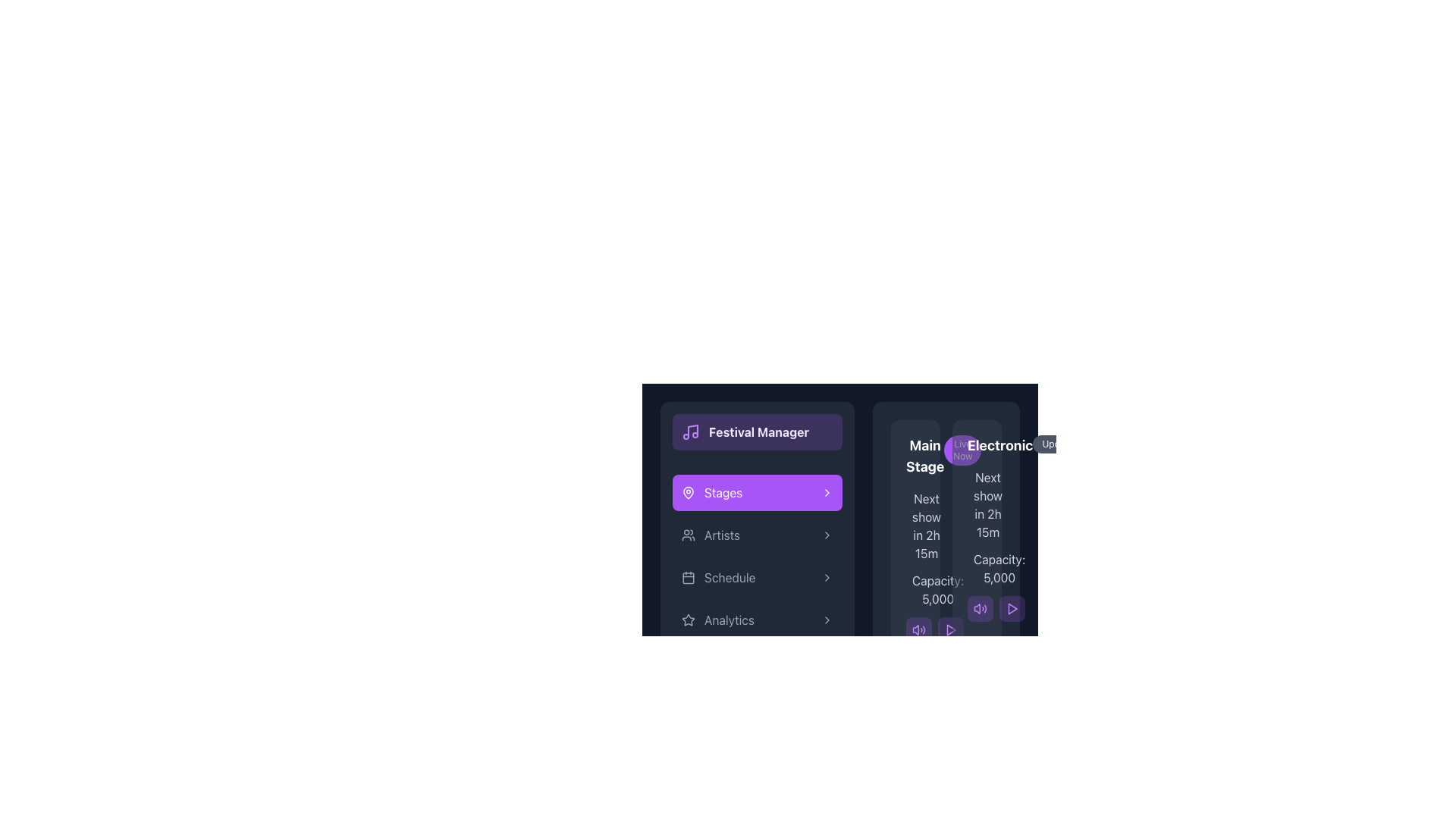  I want to click on the mute or volume control button located below the 'Capacity: 5,000' text in the 'Main Stage' section, so click(915, 629).